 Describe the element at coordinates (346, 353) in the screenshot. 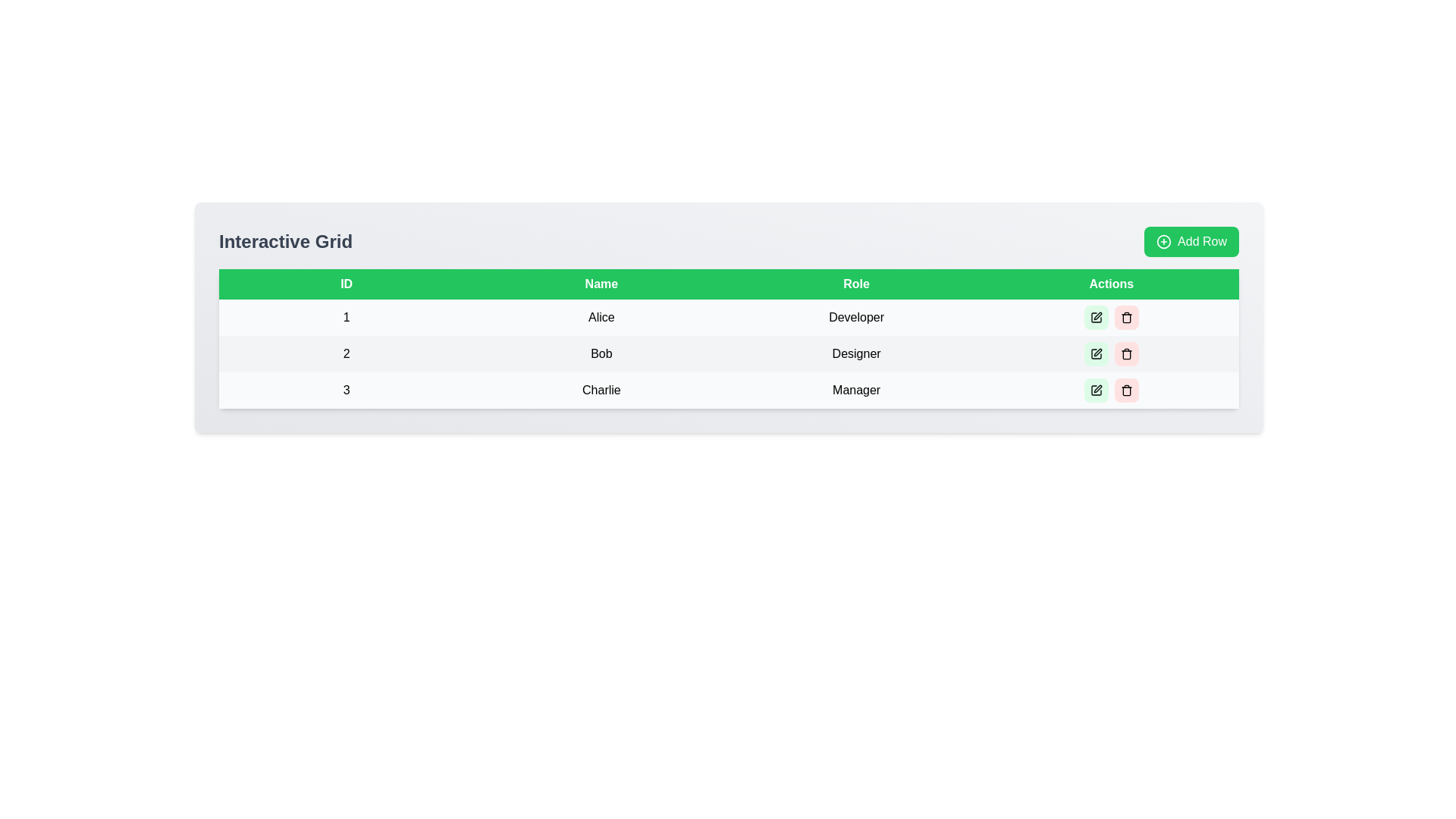

I see `the static text label identifying the row's ID value for 'Bob' the Designer in the table` at that location.